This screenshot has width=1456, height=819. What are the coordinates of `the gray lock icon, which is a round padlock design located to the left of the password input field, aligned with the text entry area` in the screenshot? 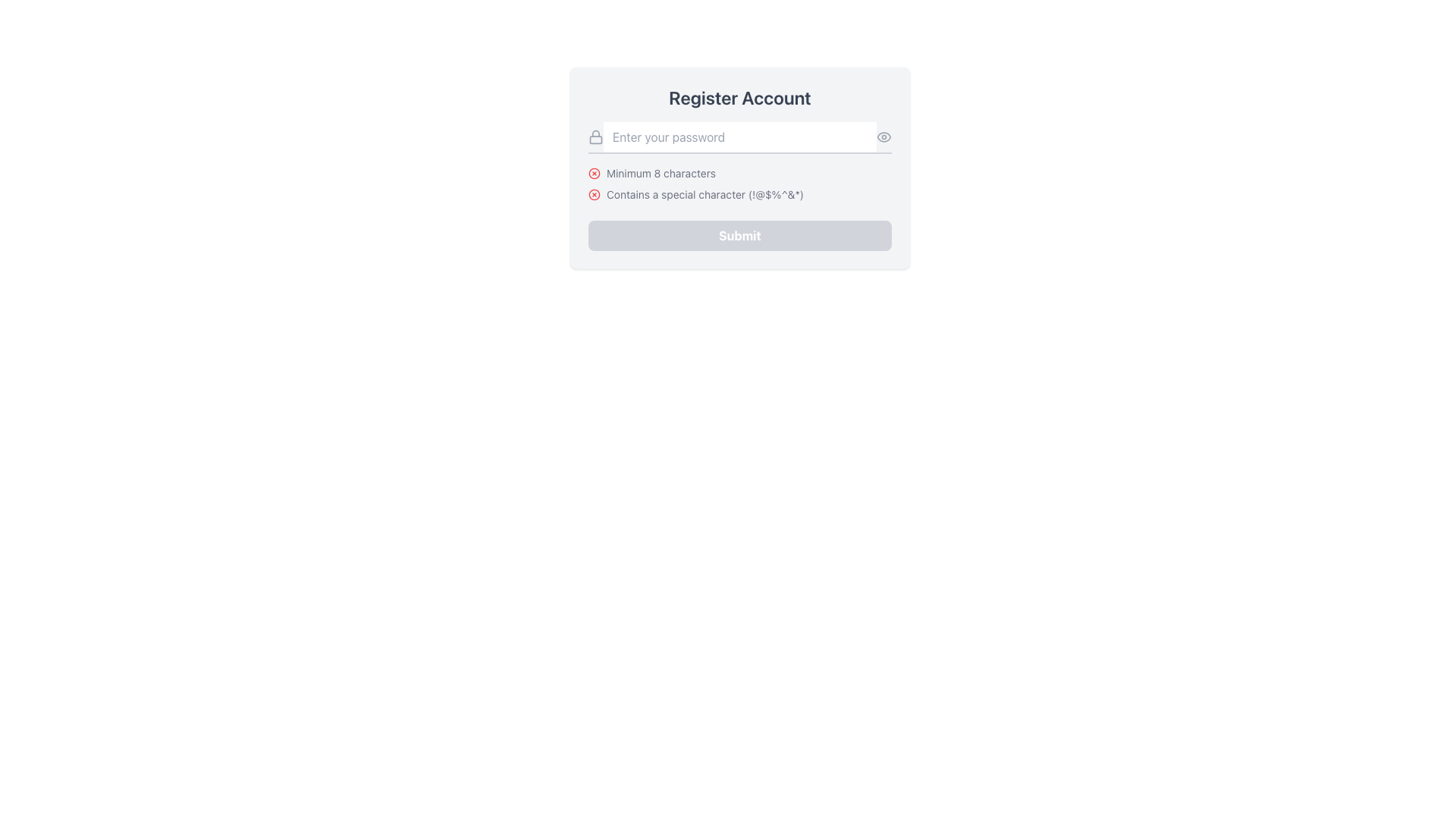 It's located at (595, 137).